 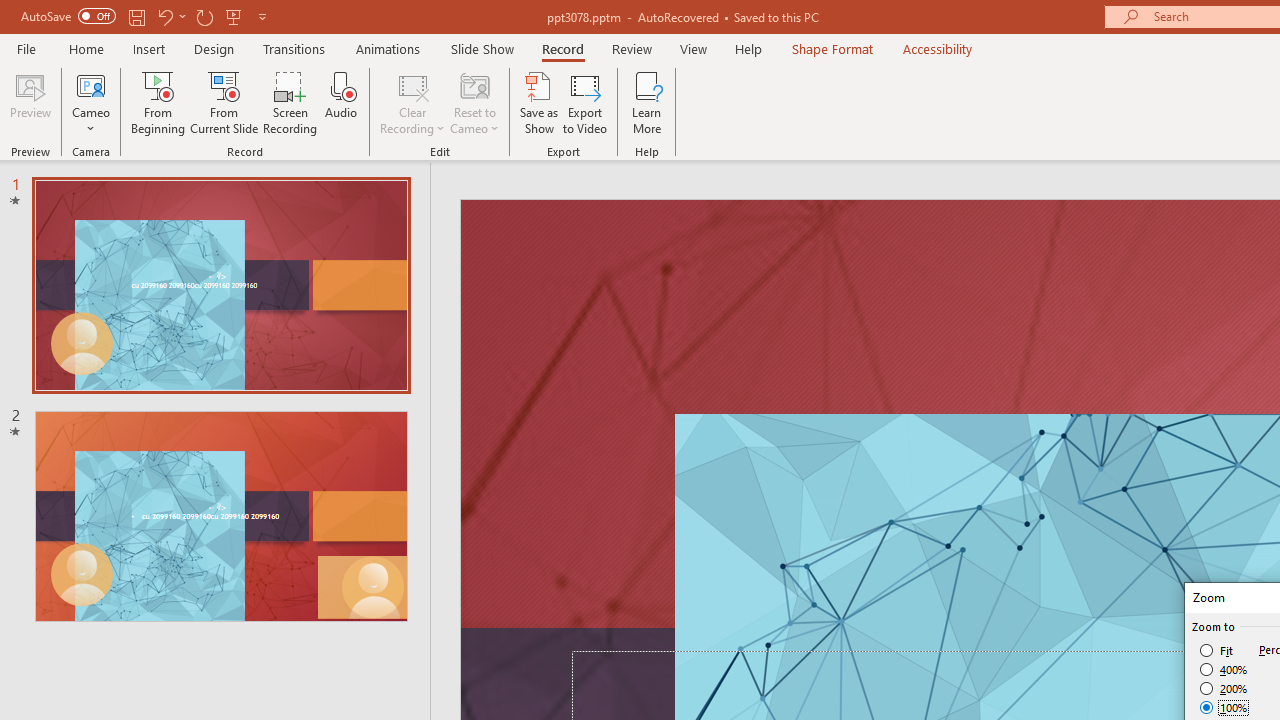 What do you see at coordinates (1223, 706) in the screenshot?
I see `'100%'` at bounding box center [1223, 706].